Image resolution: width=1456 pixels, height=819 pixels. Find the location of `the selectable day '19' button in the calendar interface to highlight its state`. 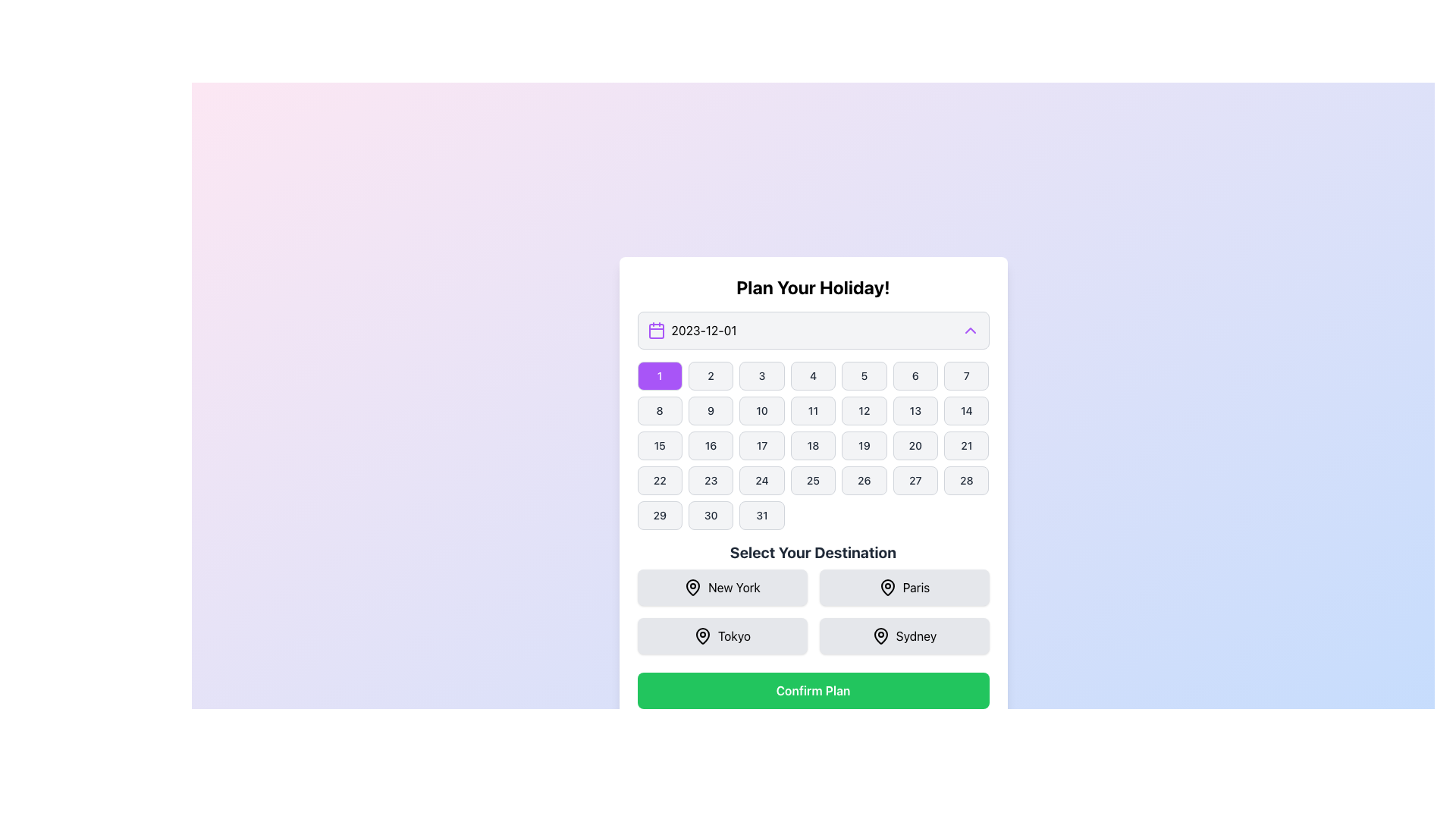

the selectable day '19' button in the calendar interface to highlight its state is located at coordinates (864, 444).